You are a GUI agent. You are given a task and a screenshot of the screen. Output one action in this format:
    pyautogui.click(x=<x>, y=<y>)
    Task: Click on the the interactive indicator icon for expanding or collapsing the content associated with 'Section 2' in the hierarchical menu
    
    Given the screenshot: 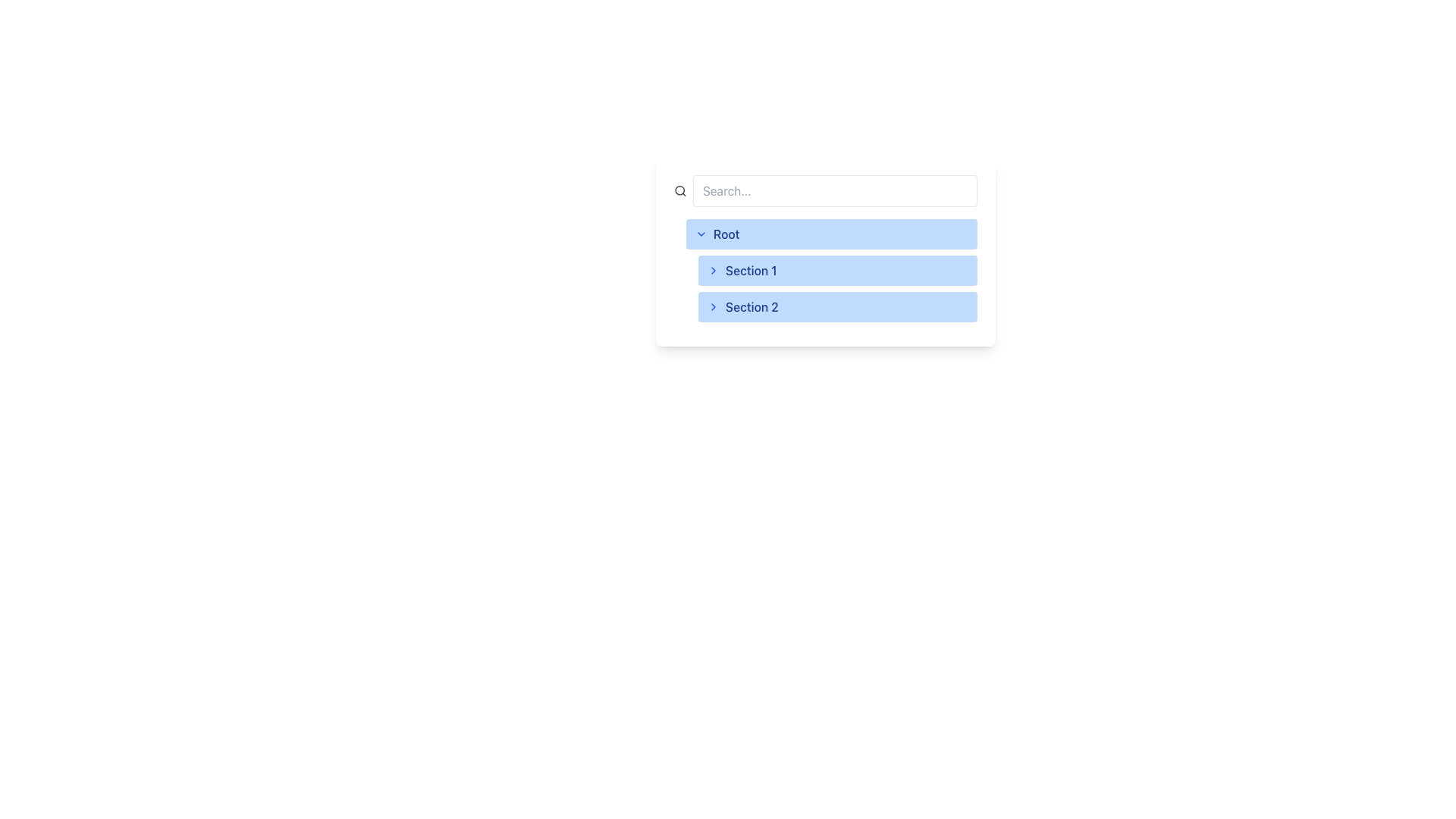 What is the action you would take?
    pyautogui.click(x=712, y=307)
    